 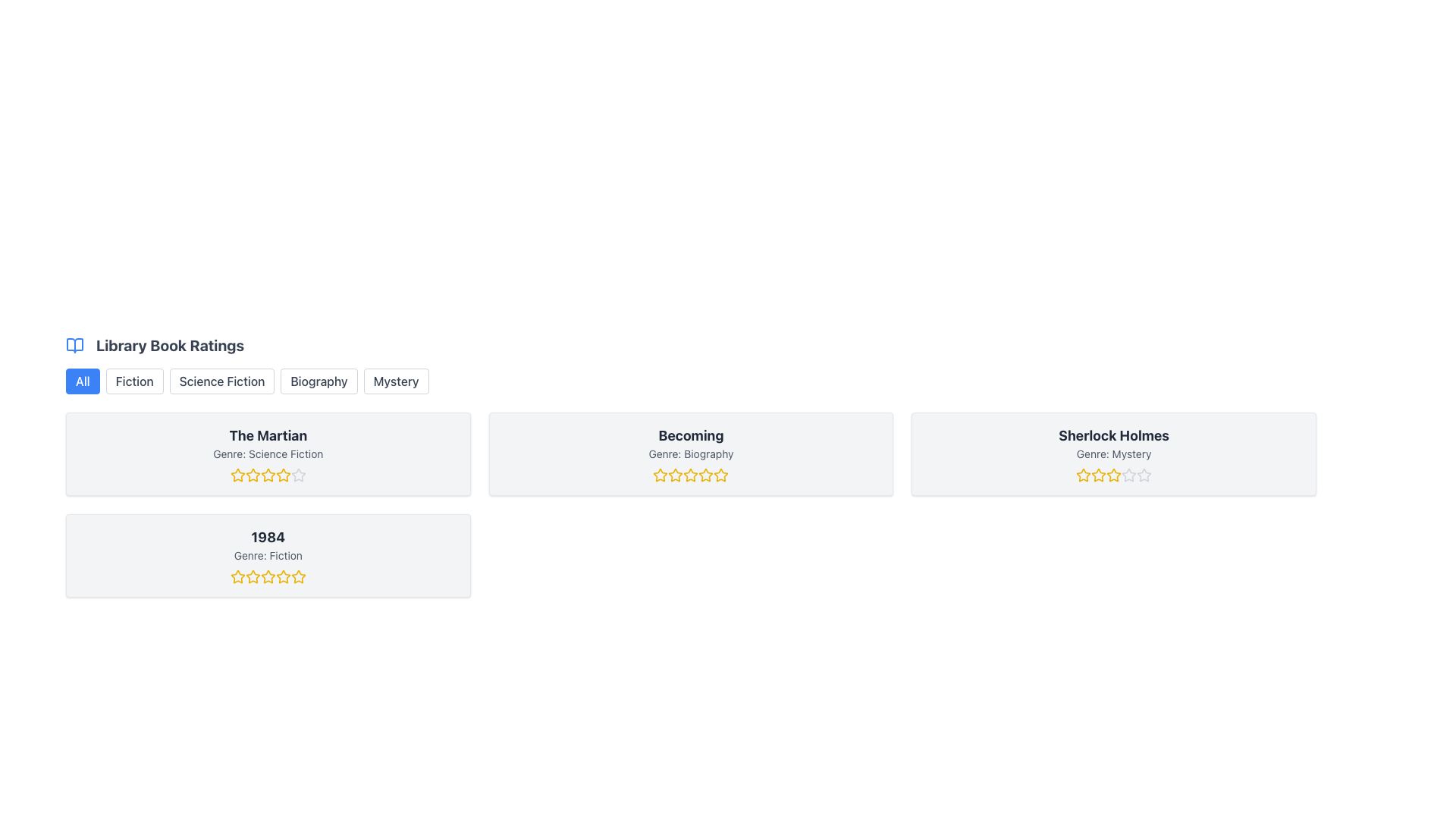 I want to click on the filter button located directly below the 'Library Book Ratings' heading, which is the first button in a horizontal row of buttons, so click(x=82, y=380).